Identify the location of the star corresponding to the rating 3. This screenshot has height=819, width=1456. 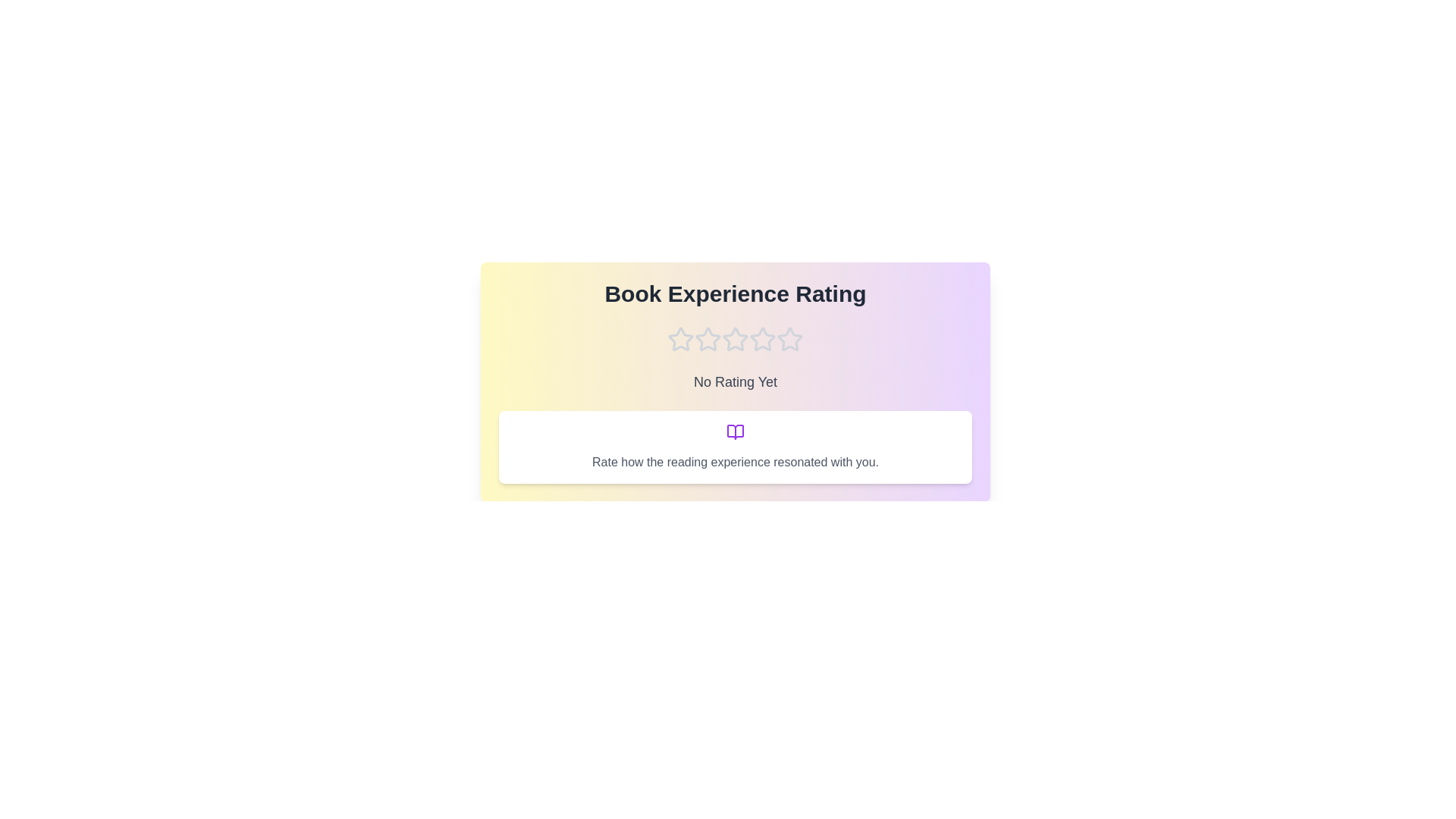
(735, 338).